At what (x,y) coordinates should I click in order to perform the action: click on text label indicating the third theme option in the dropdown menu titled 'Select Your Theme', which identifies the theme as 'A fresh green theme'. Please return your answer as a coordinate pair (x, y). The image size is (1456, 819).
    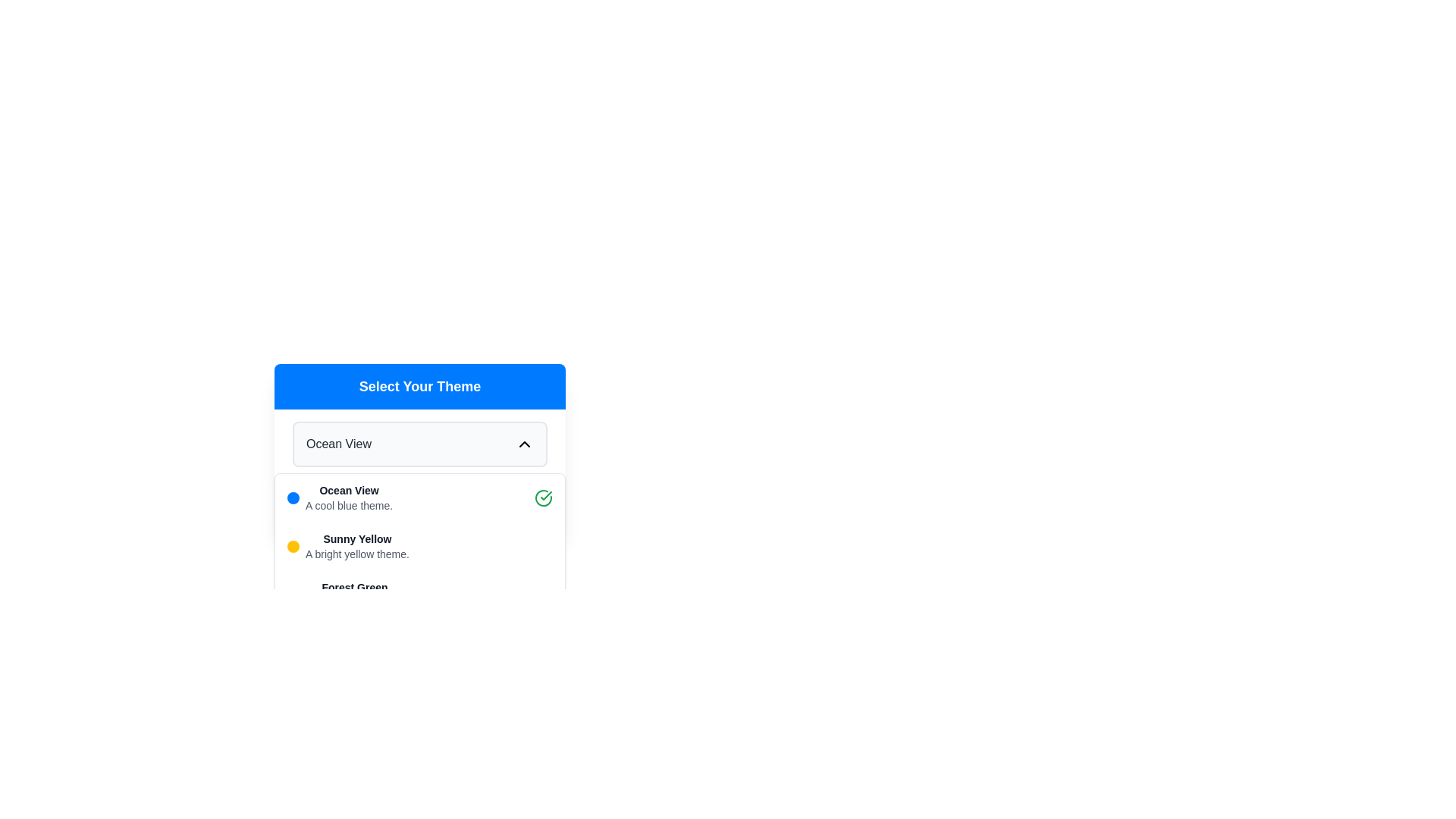
    Looking at the image, I should click on (353, 587).